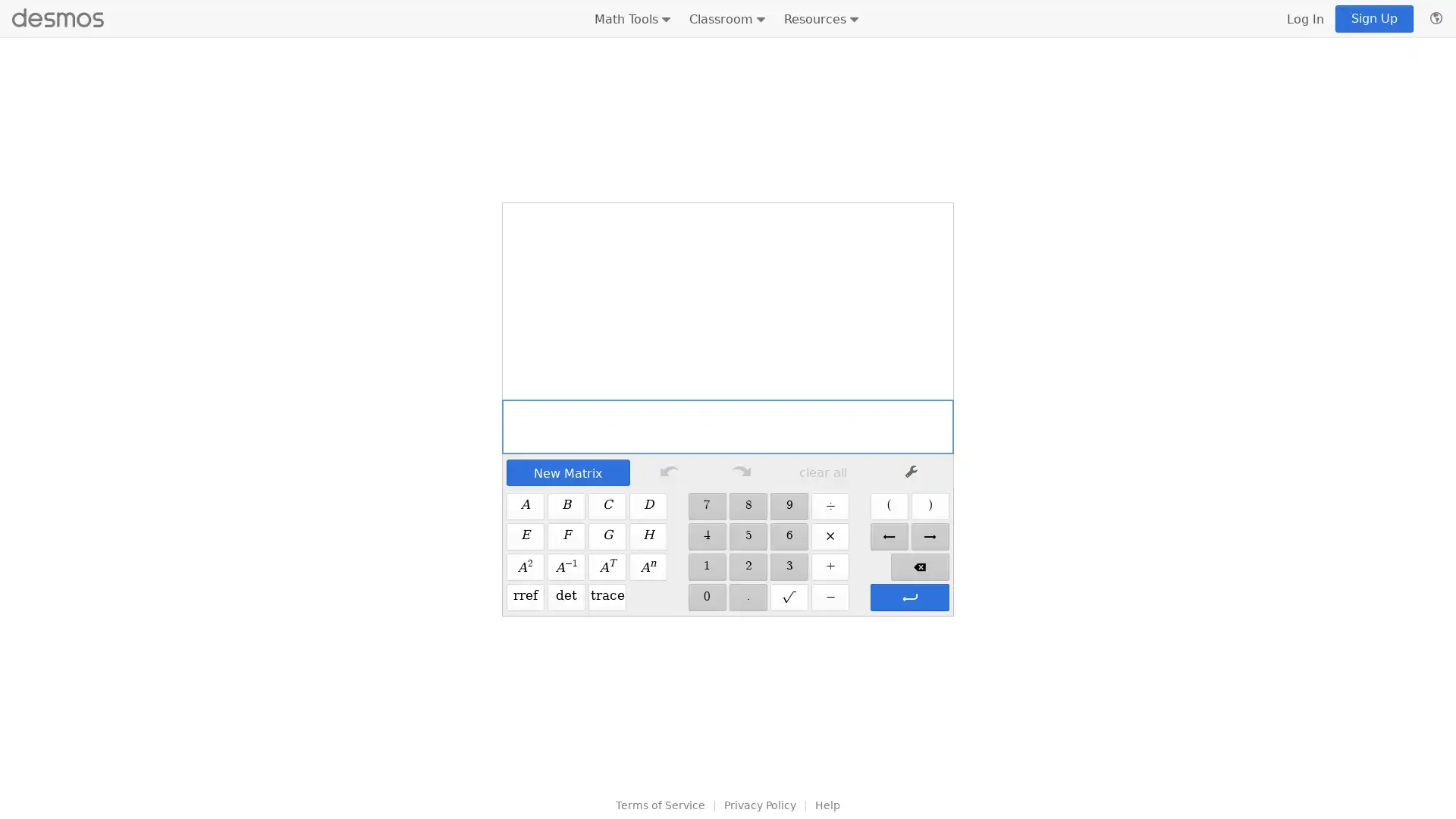  What do you see at coordinates (888, 536) in the screenshot?
I see `Left Arrow` at bounding box center [888, 536].